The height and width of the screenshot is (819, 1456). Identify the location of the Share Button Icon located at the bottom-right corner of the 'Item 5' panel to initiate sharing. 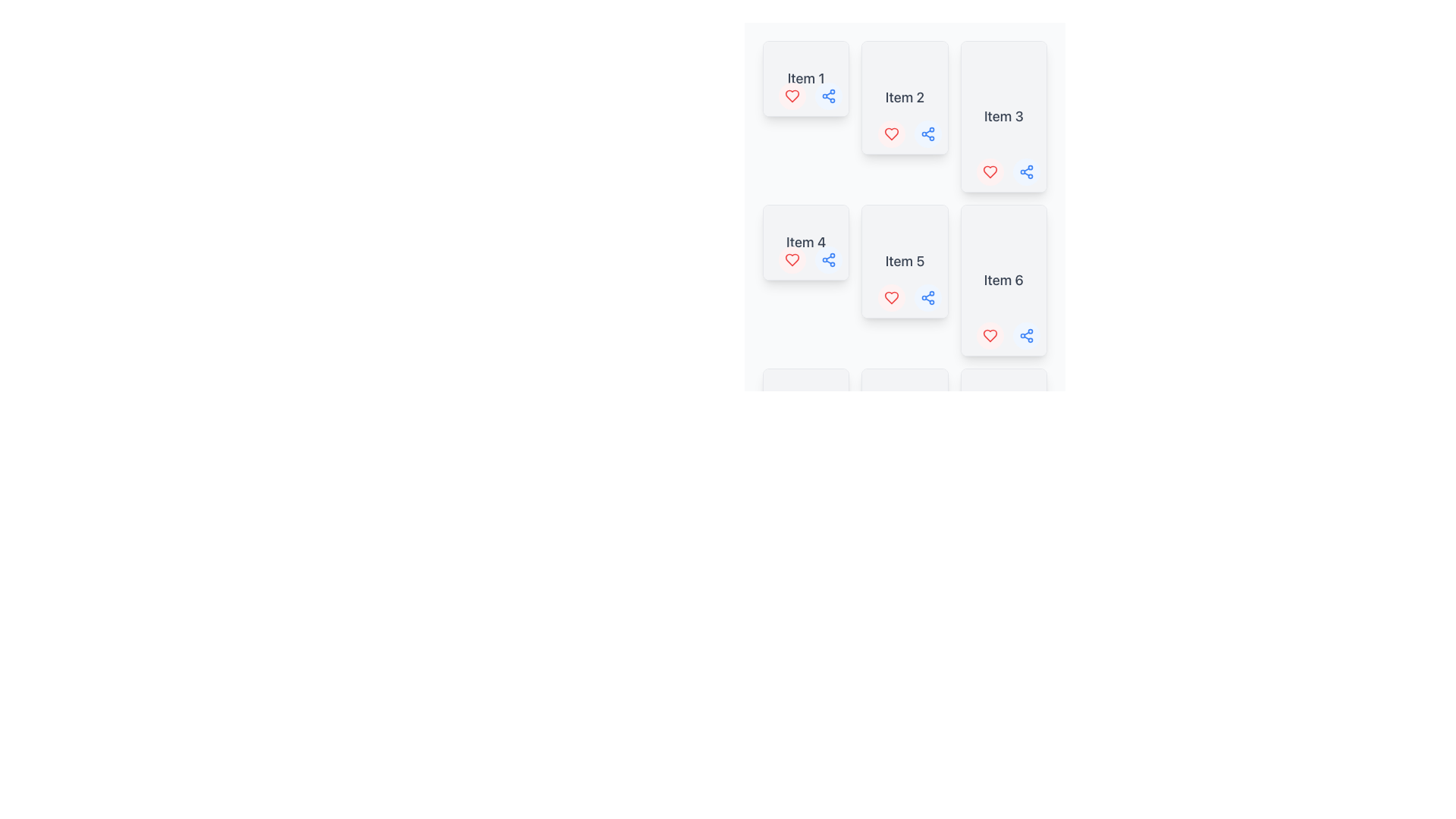
(927, 298).